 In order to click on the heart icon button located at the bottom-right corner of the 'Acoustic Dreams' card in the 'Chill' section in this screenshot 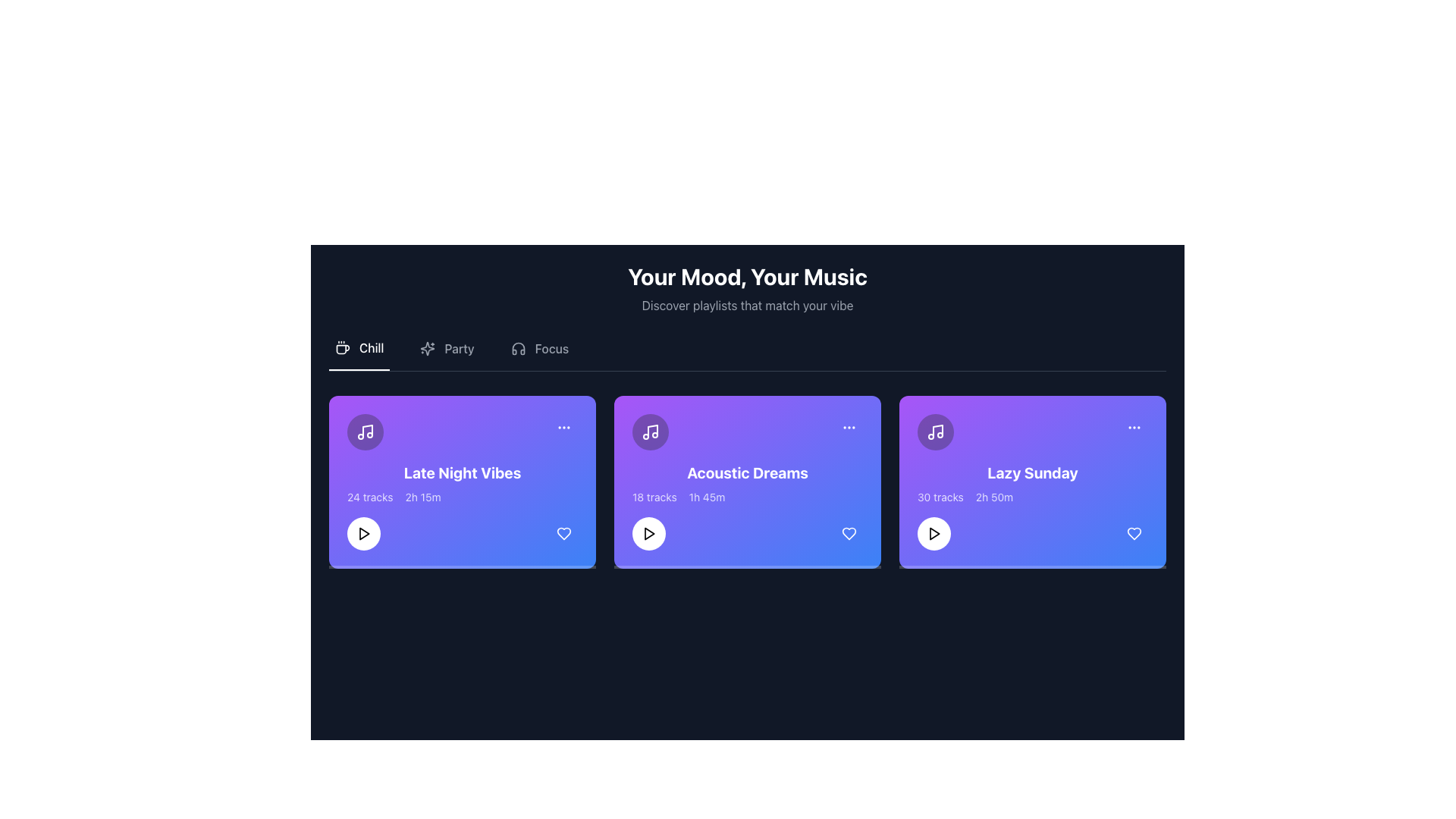, I will do `click(848, 533)`.